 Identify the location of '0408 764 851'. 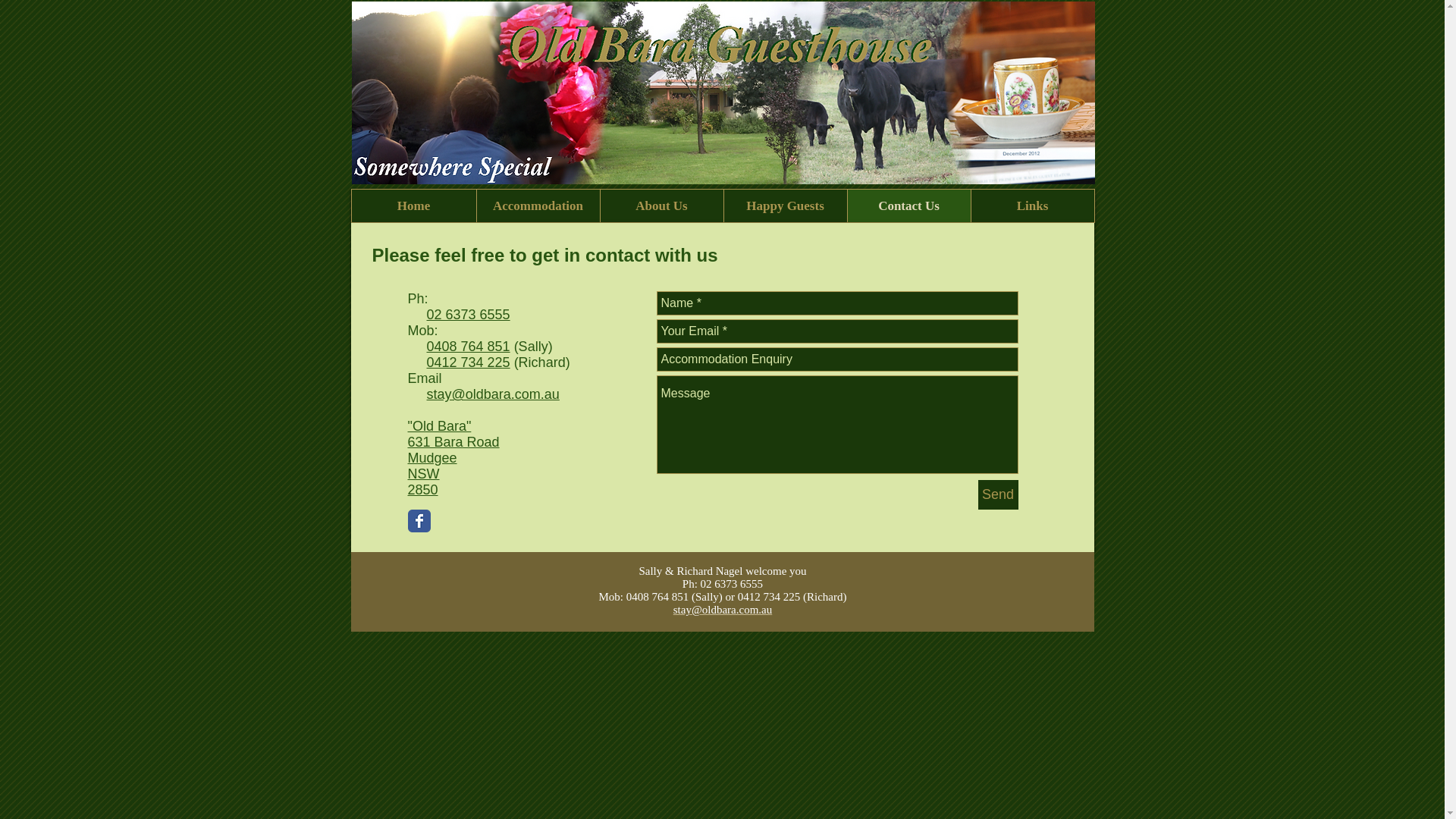
(425, 346).